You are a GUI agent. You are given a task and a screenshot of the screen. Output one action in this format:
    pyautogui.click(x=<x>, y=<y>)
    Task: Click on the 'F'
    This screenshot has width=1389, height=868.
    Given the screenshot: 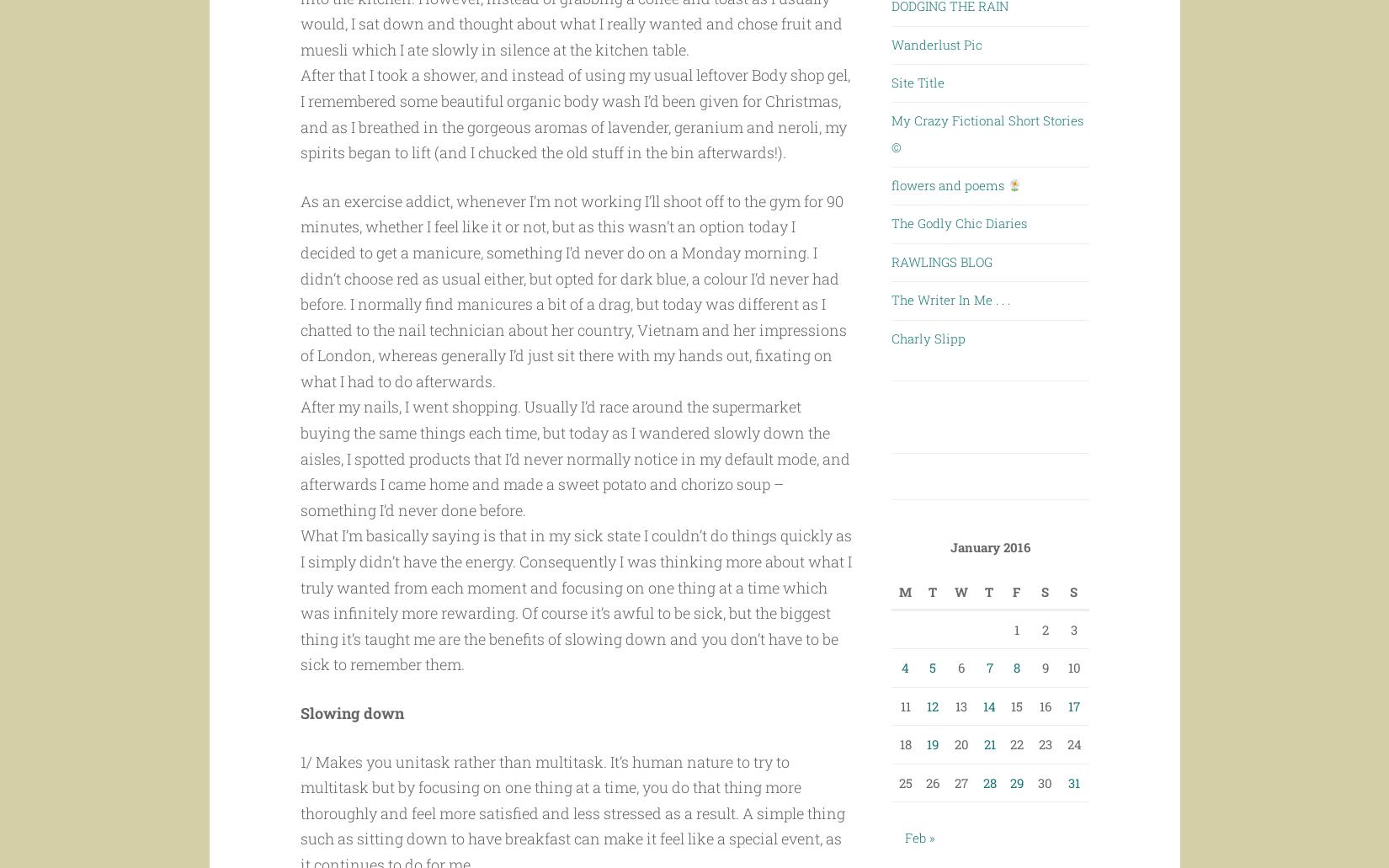 What is the action you would take?
    pyautogui.click(x=1013, y=591)
    